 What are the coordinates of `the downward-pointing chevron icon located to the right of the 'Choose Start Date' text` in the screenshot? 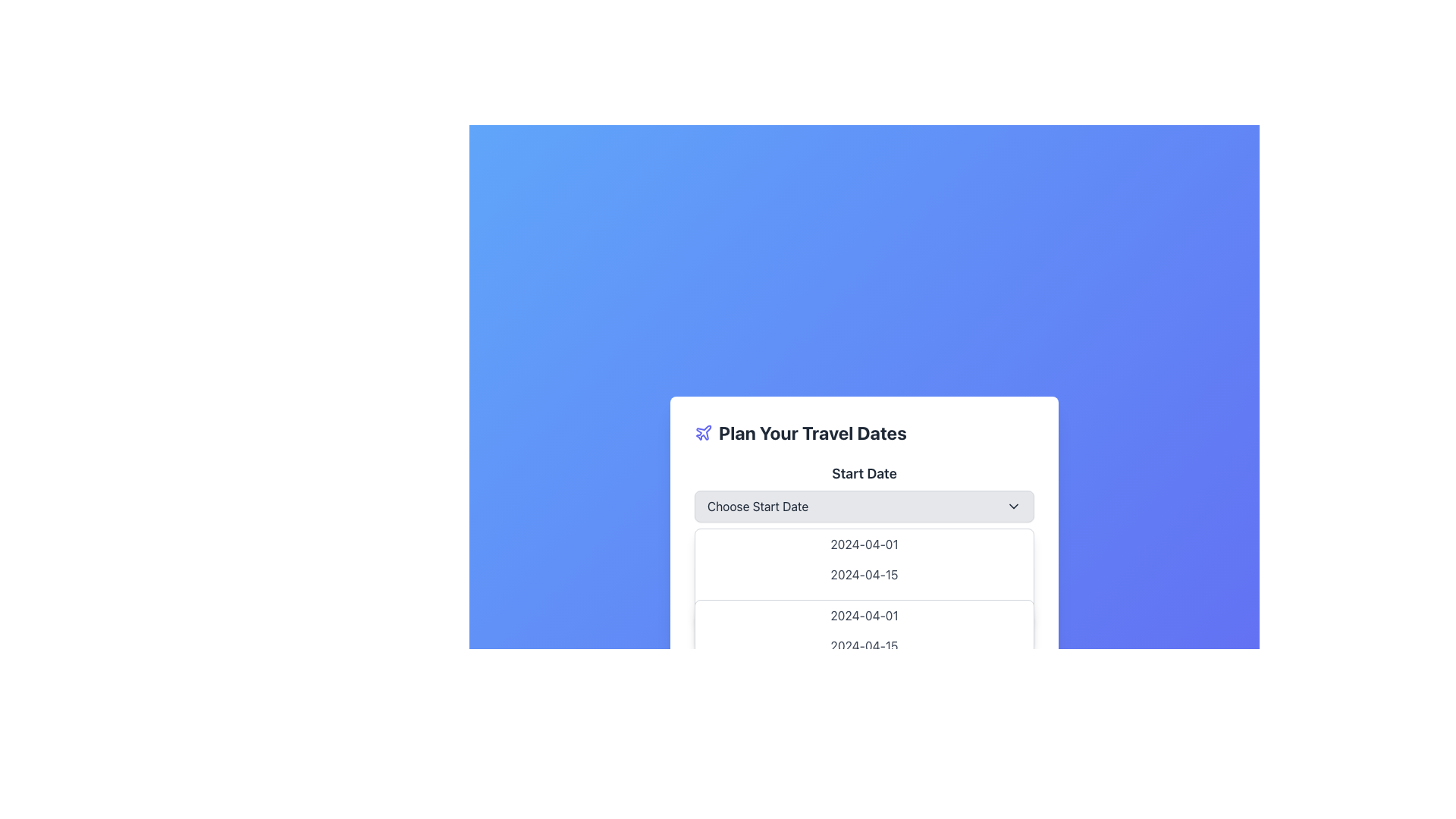 It's located at (1014, 506).